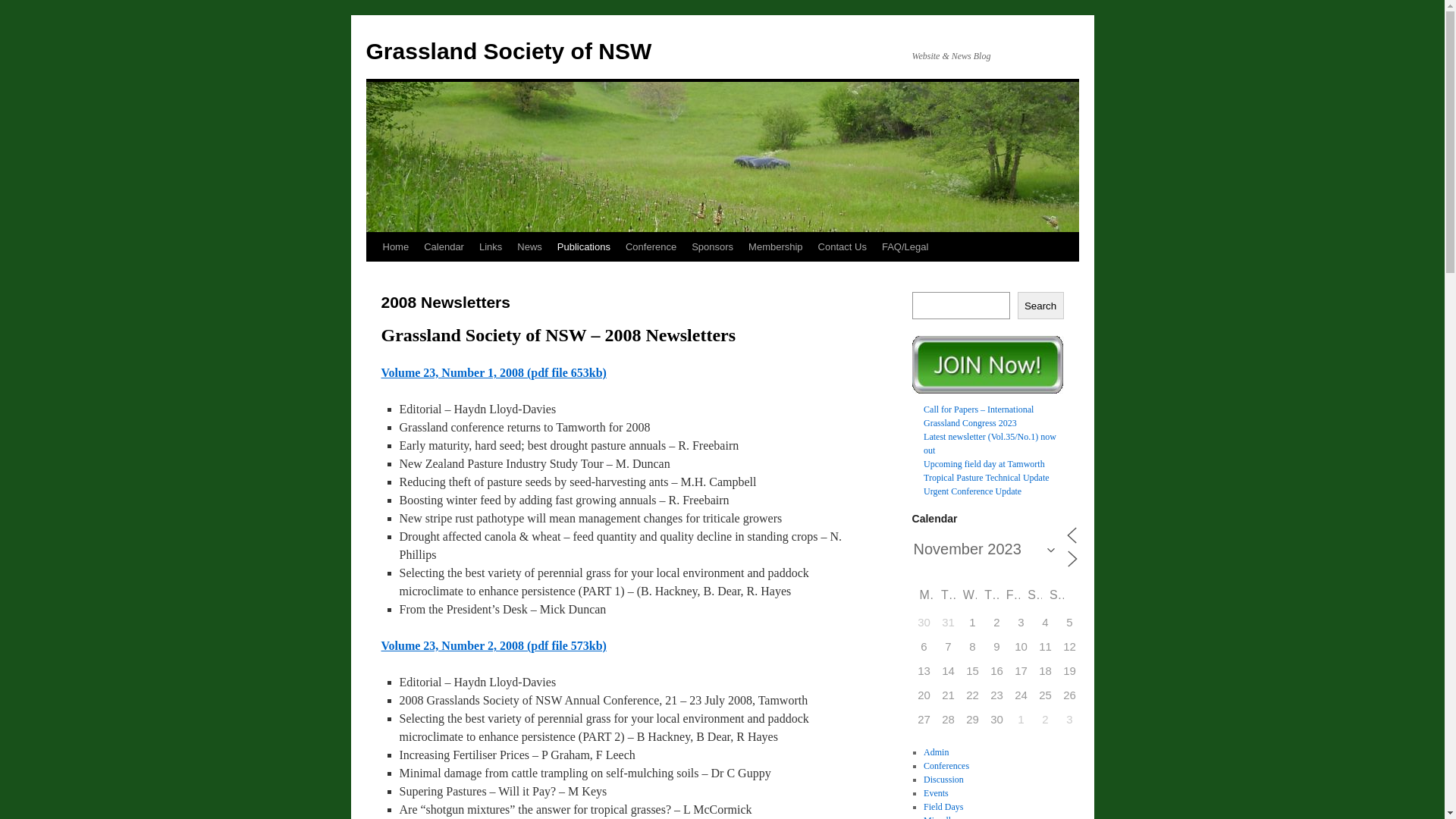  Describe the element at coordinates (493, 372) in the screenshot. I see `'Volume 23, Number 1, 2008 (pdf file 653kb)'` at that location.